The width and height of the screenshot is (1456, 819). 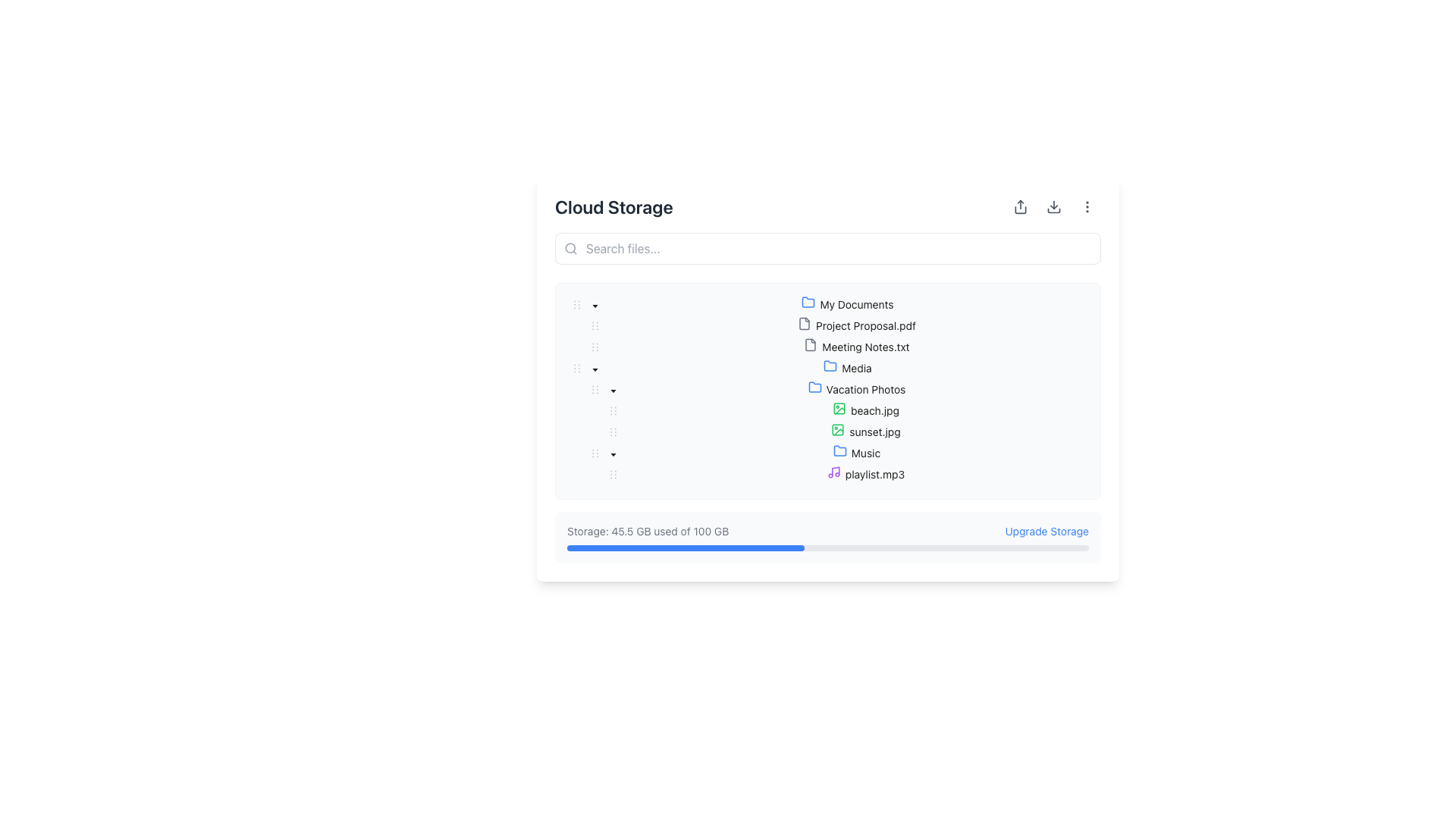 What do you see at coordinates (830, 366) in the screenshot?
I see `the blue-tinted folder icon located next to the 'Media' label` at bounding box center [830, 366].